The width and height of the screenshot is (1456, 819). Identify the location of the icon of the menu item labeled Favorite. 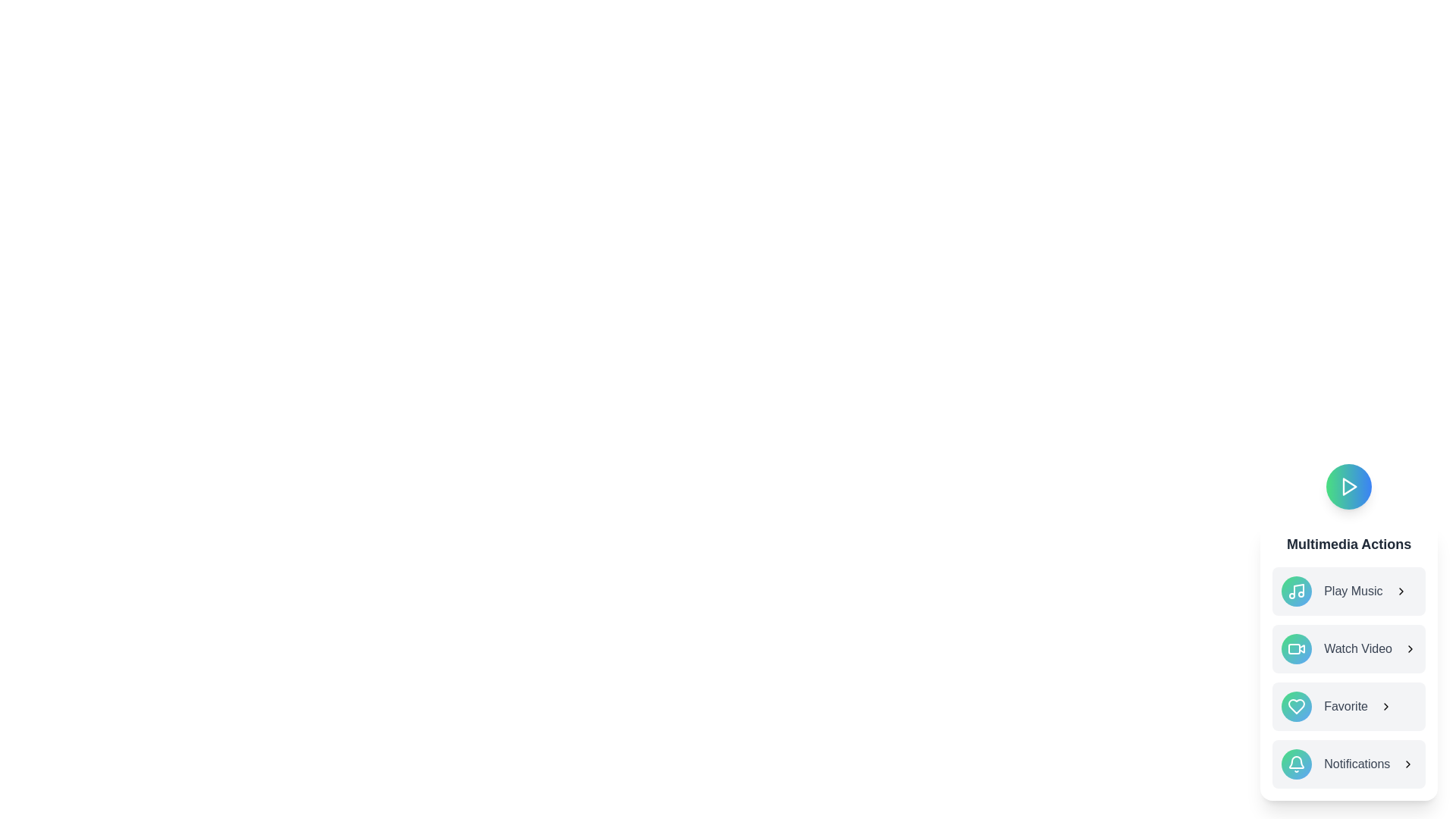
(1296, 707).